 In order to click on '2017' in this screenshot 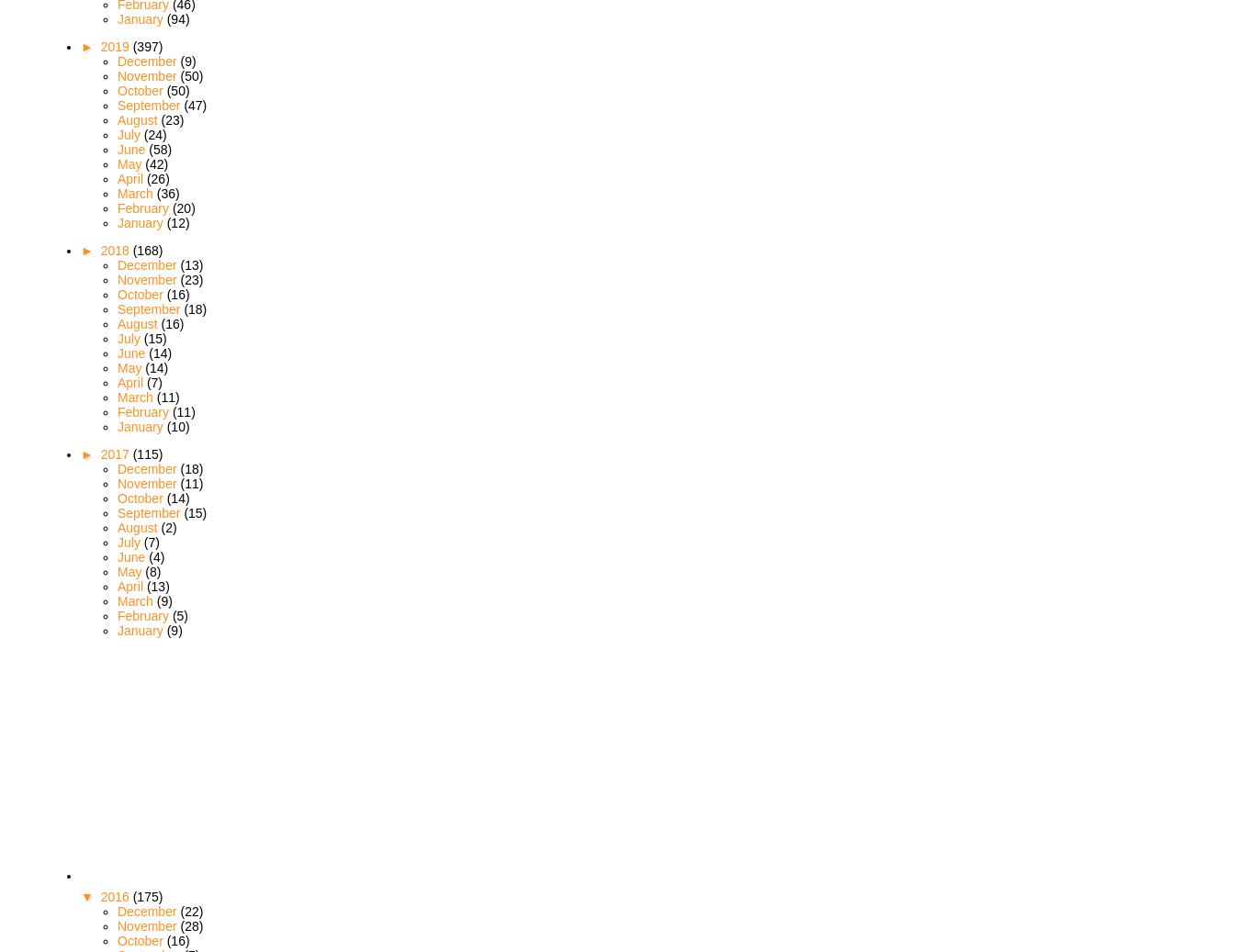, I will do `click(115, 453)`.